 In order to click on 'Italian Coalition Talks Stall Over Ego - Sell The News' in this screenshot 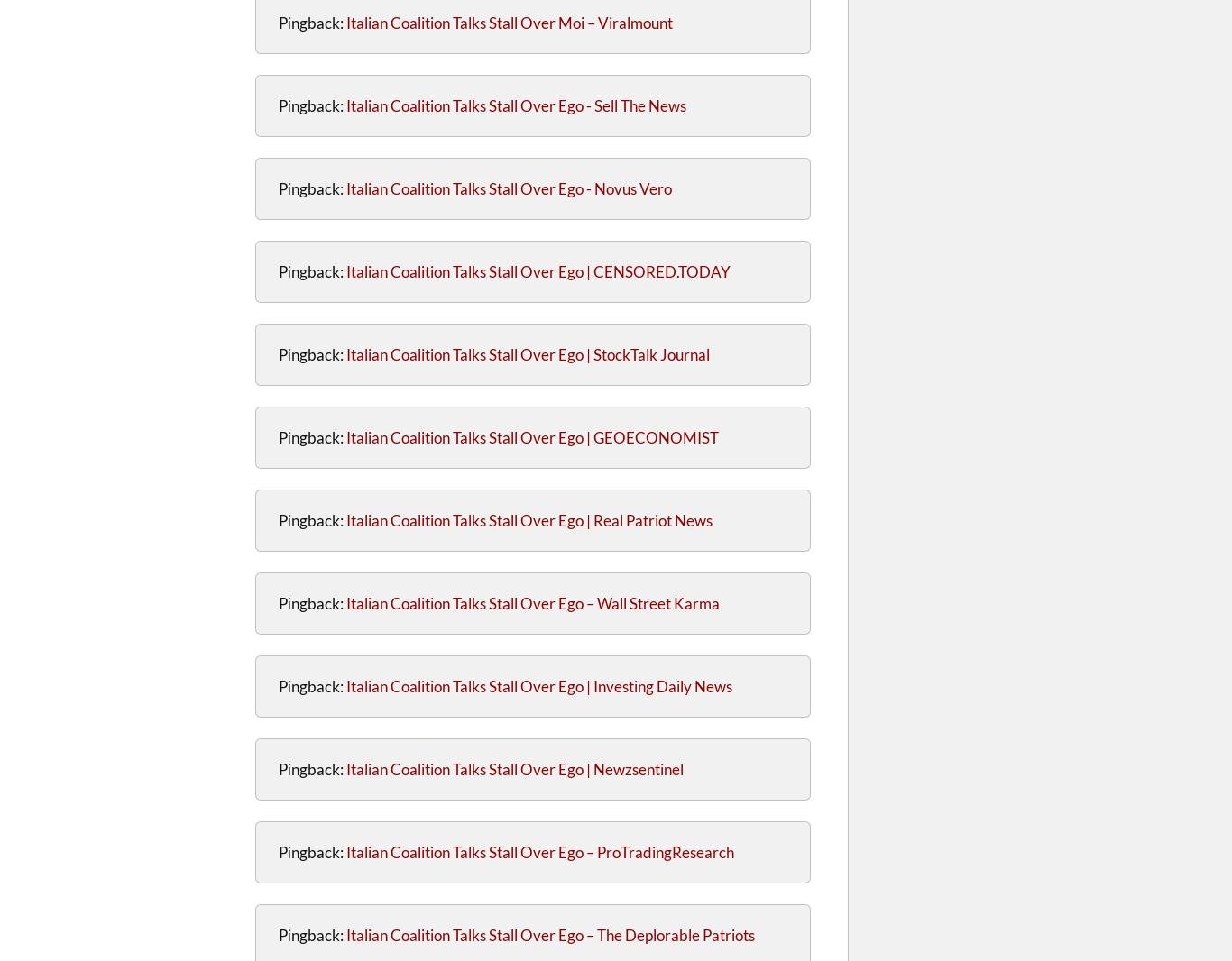, I will do `click(345, 105)`.